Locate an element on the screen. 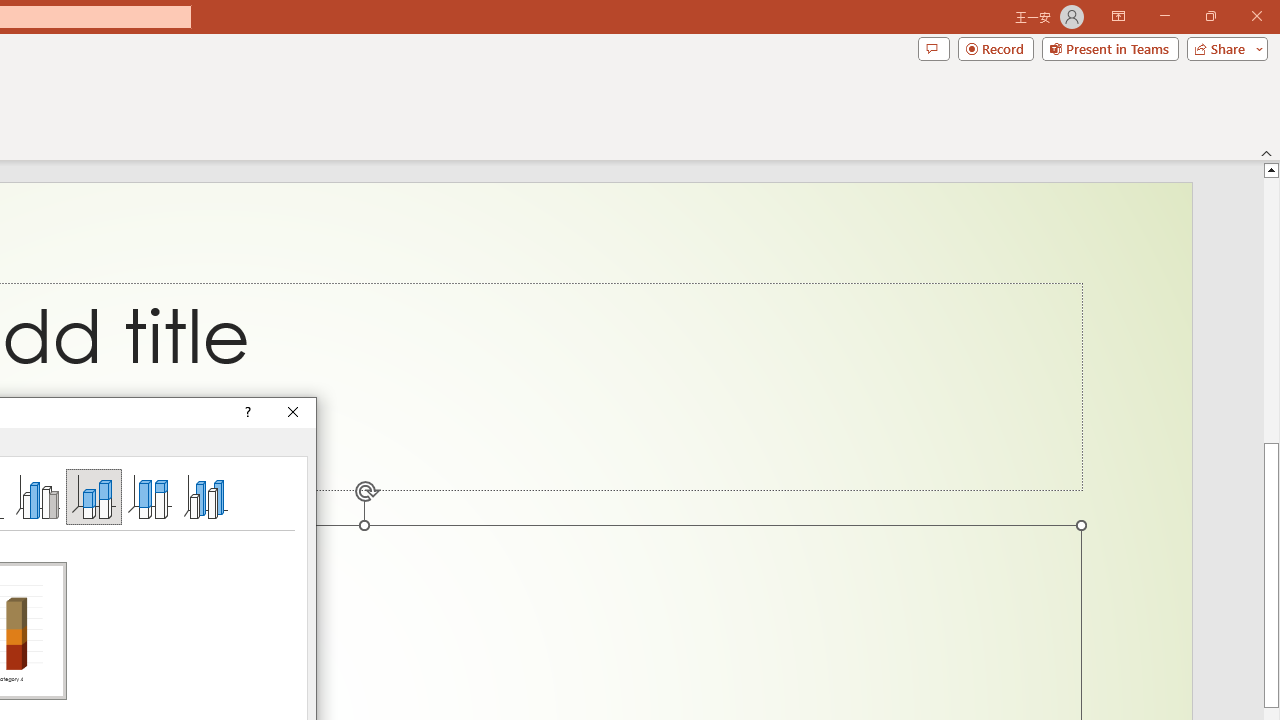 This screenshot has height=720, width=1280. '3-D Column' is located at coordinates (206, 495).